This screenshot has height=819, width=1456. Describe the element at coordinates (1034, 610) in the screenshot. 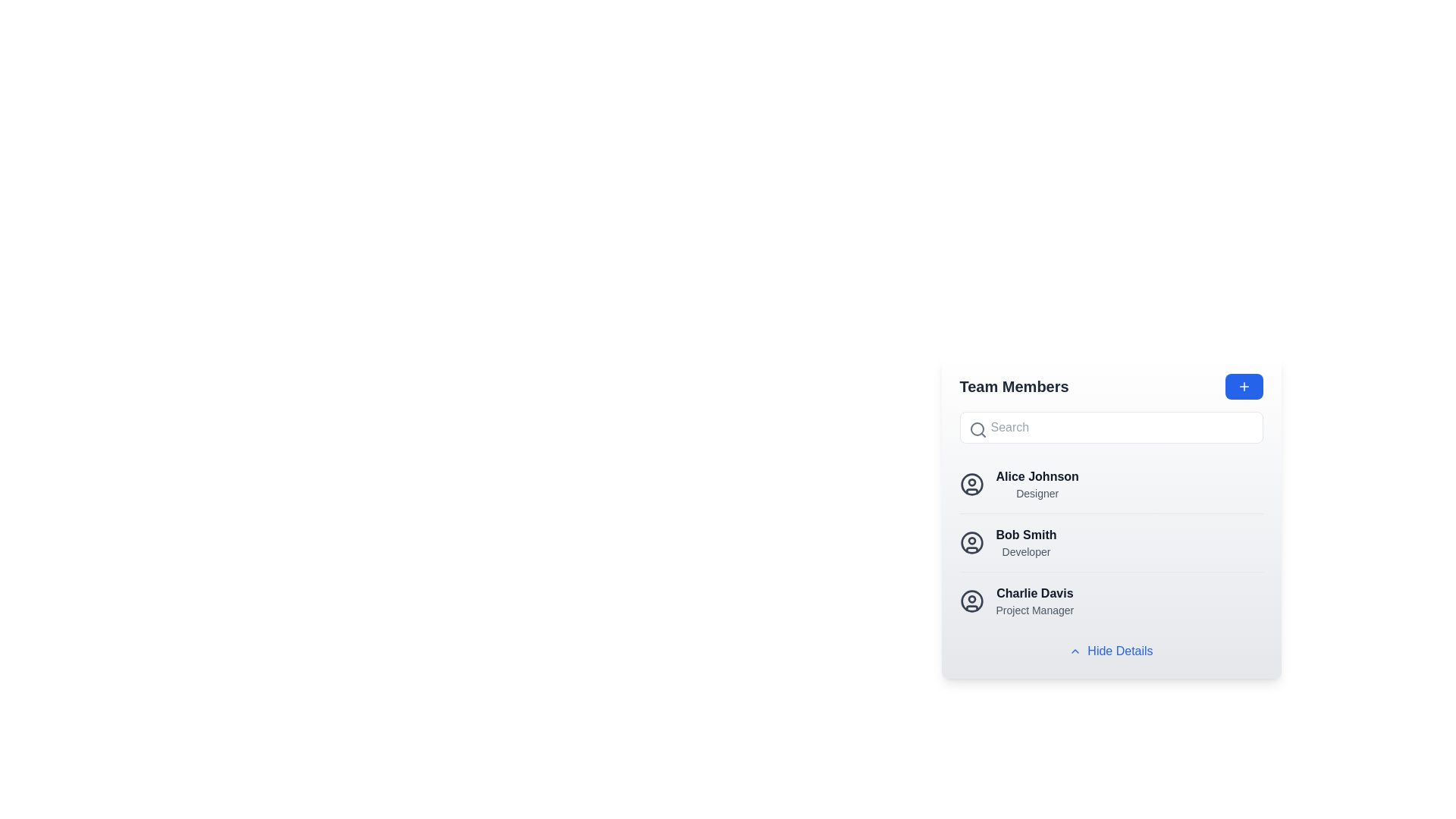

I see `the text label displaying 'Project Manager', which is styled in a small font size and gray color, located below the name 'Charlie Davis' in the 'Team Members' section` at that location.